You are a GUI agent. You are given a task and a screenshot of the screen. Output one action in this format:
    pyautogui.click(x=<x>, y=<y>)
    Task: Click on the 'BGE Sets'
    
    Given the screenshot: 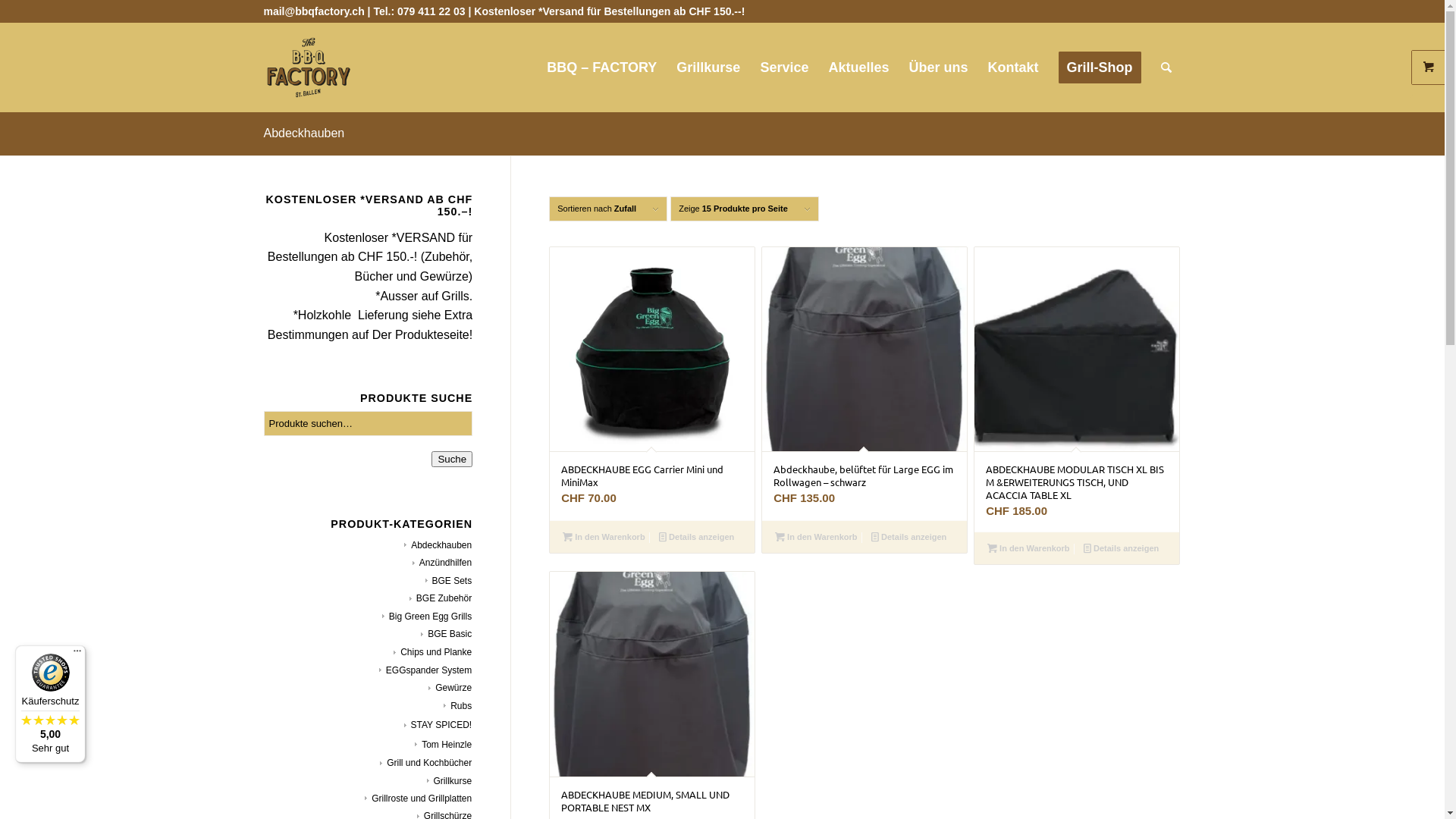 What is the action you would take?
    pyautogui.click(x=425, y=580)
    